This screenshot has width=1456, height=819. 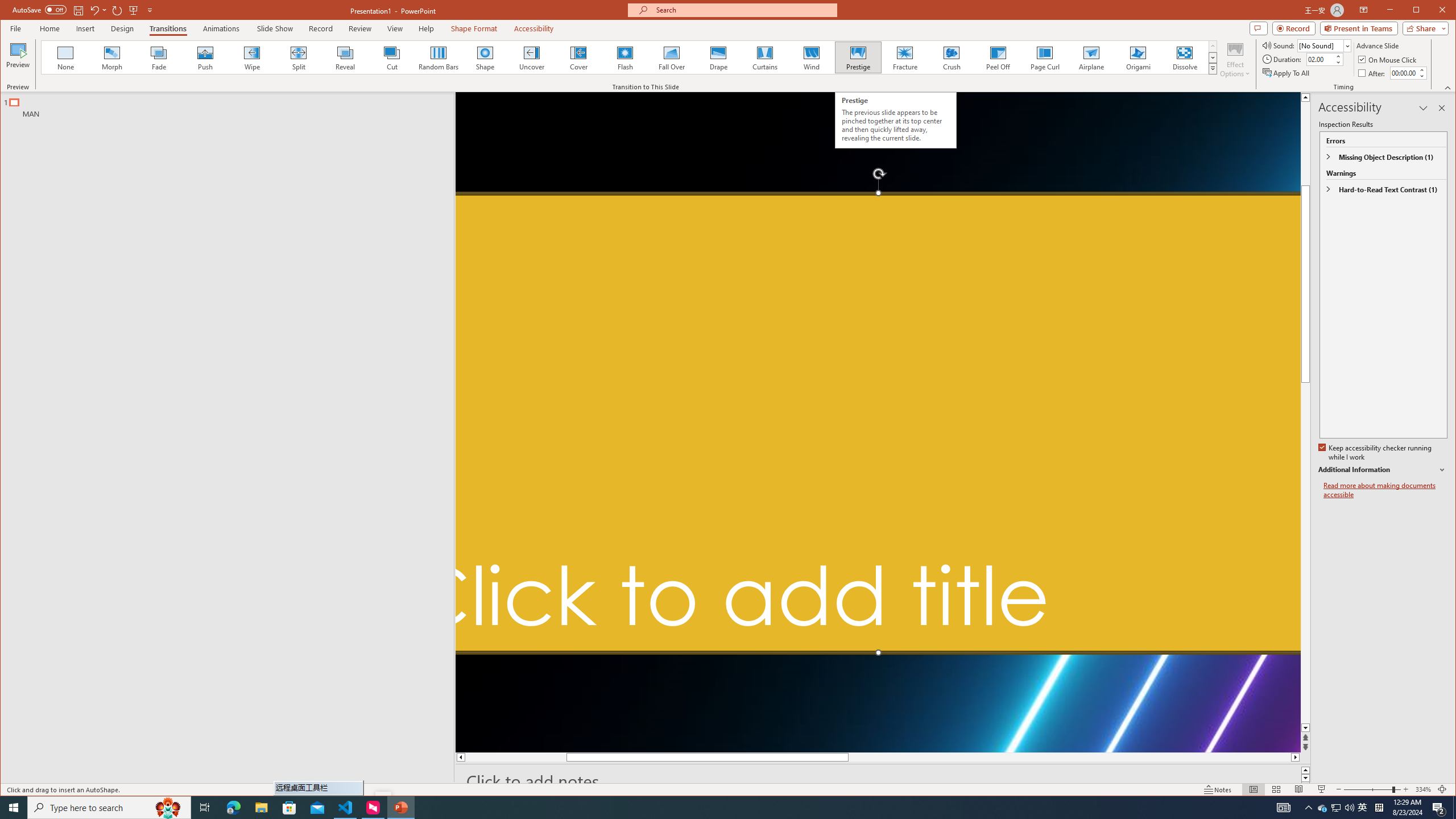 What do you see at coordinates (204, 57) in the screenshot?
I see `'Push'` at bounding box center [204, 57].